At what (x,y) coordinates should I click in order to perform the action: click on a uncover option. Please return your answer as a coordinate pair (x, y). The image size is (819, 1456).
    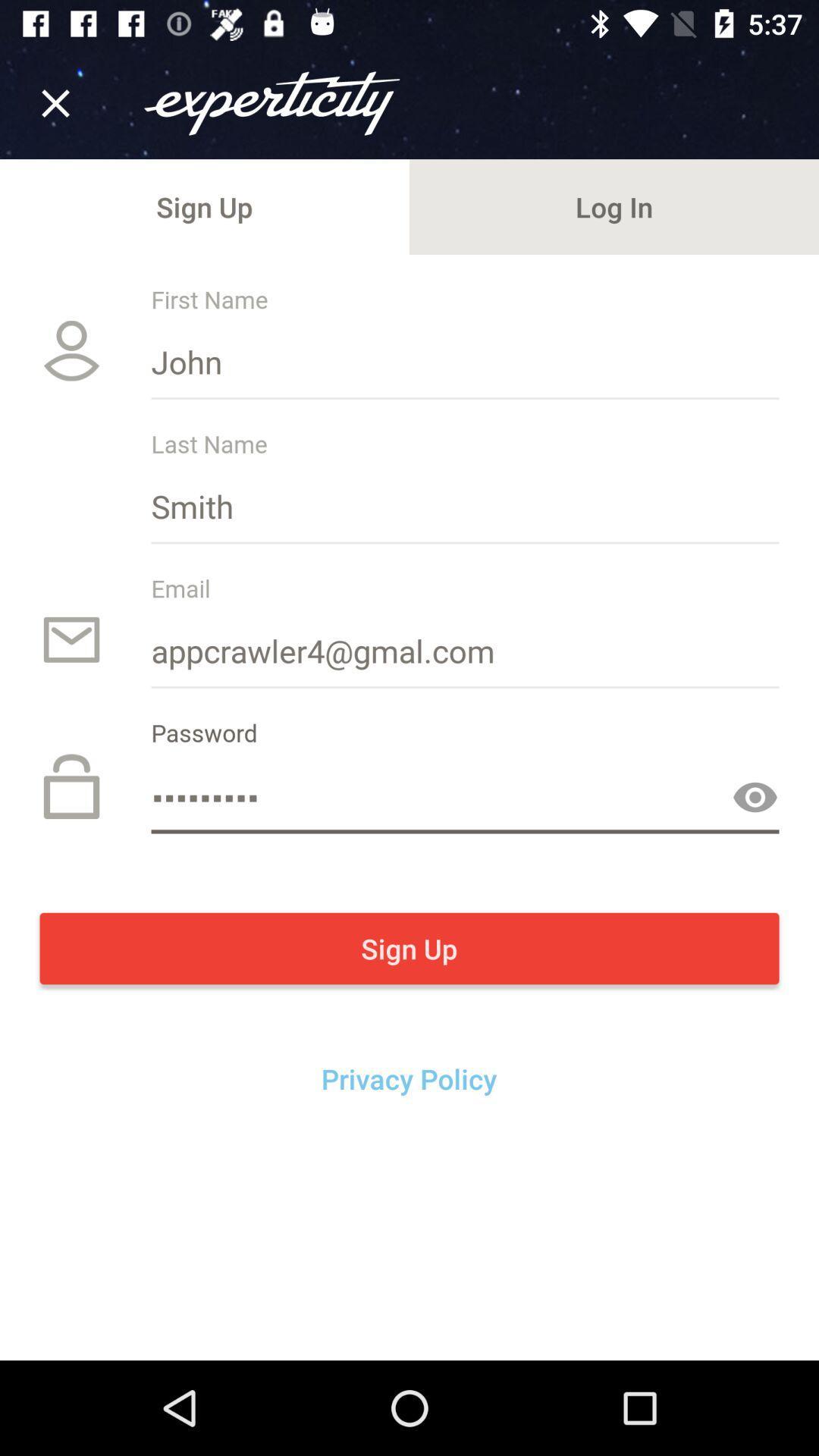
    Looking at the image, I should click on (755, 796).